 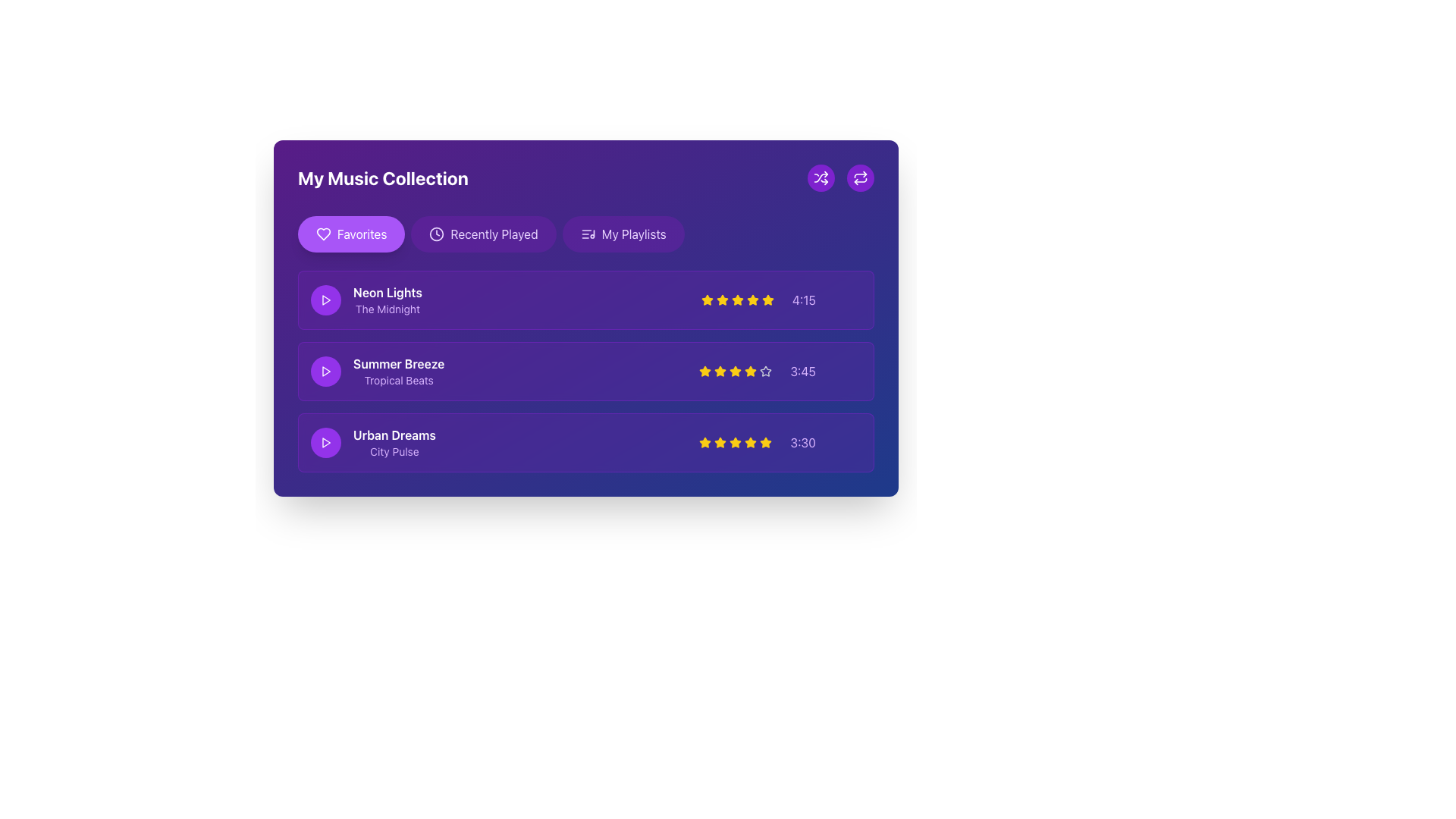 What do you see at coordinates (706, 300) in the screenshot?
I see `the second yellow rating star icon in the rating section of the first music item` at bounding box center [706, 300].